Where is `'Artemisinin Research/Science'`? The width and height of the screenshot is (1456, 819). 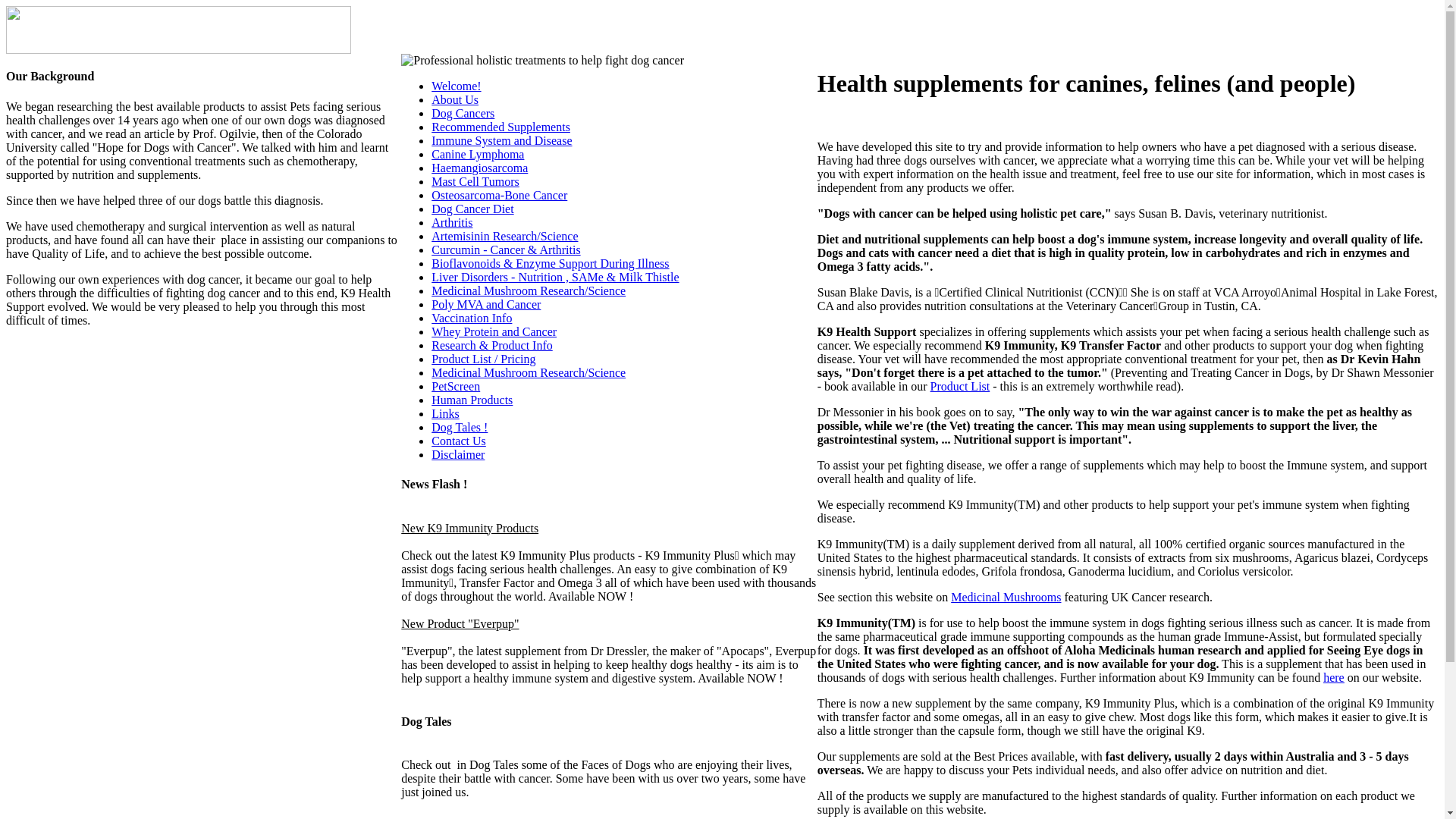 'Artemisinin Research/Science' is located at coordinates (504, 236).